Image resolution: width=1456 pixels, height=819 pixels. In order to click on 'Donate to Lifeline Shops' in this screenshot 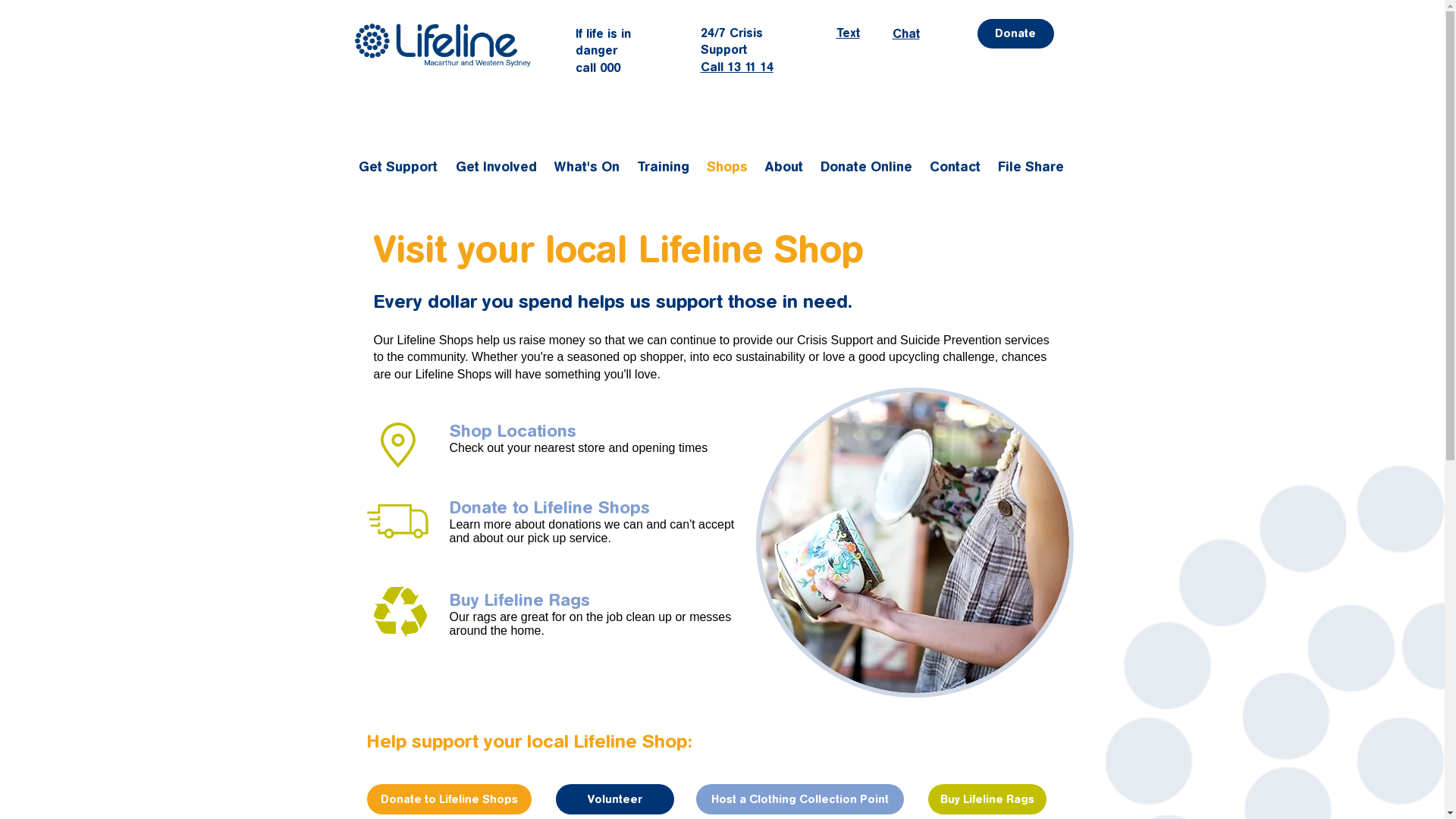, I will do `click(448, 798)`.